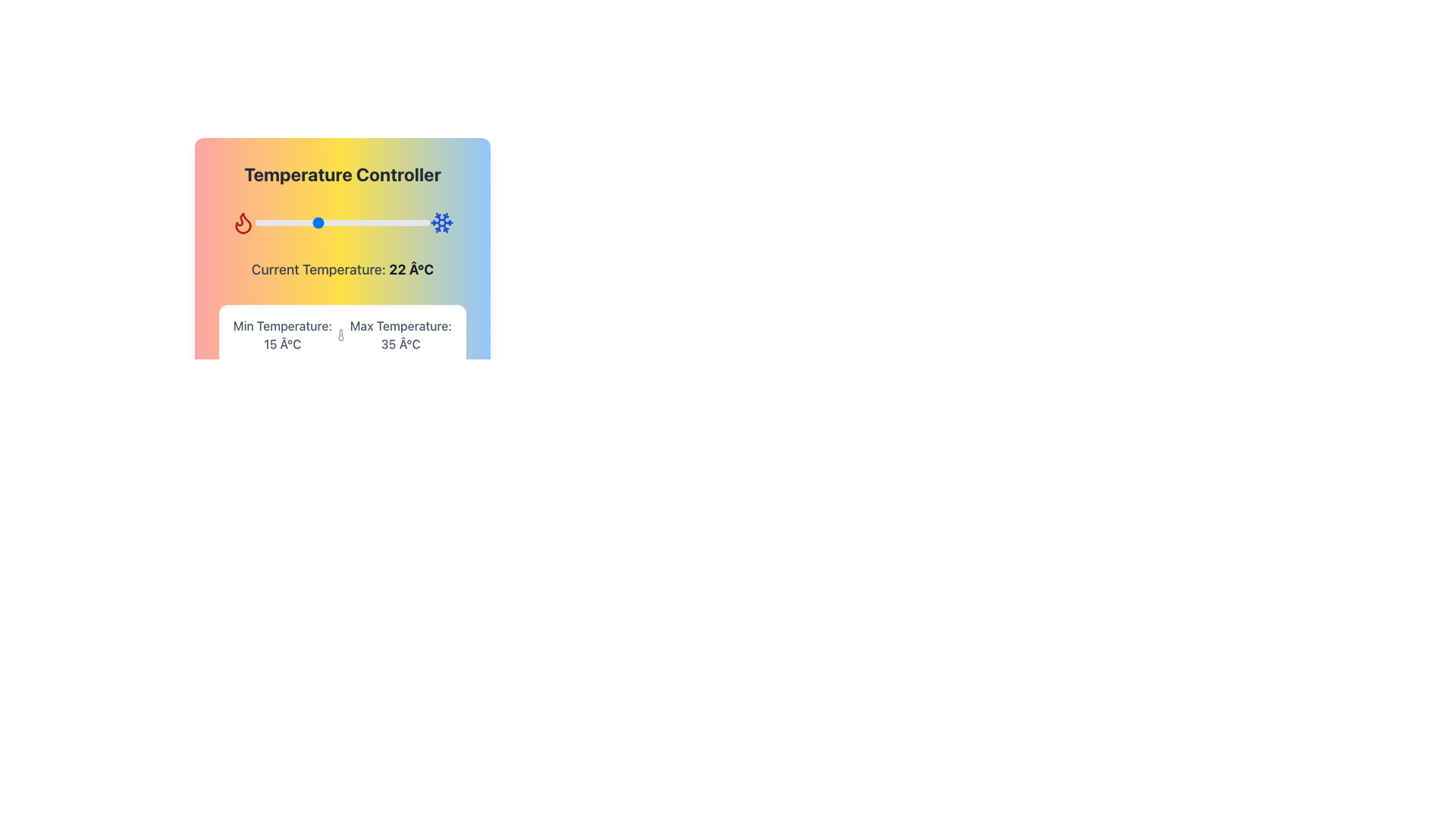 The height and width of the screenshot is (819, 1456). Describe the element at coordinates (341, 262) in the screenshot. I see `the temperature controller interface section` at that location.